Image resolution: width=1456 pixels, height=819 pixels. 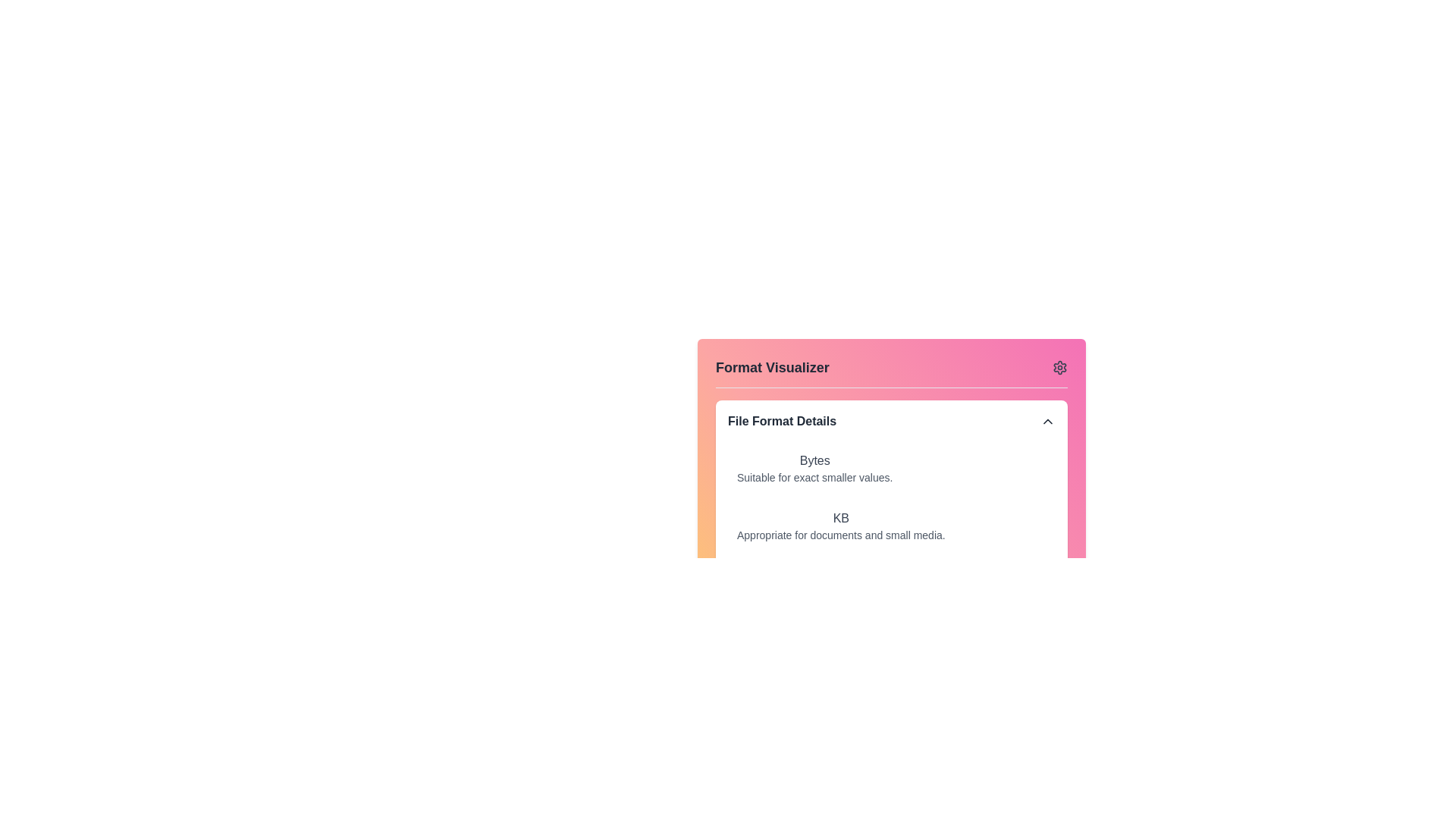 What do you see at coordinates (814, 476) in the screenshot?
I see `descriptive text label stating 'Suitable for exact smaller values.' located below the bold text 'Bytes' in the panel labeled 'File Format Details'` at bounding box center [814, 476].